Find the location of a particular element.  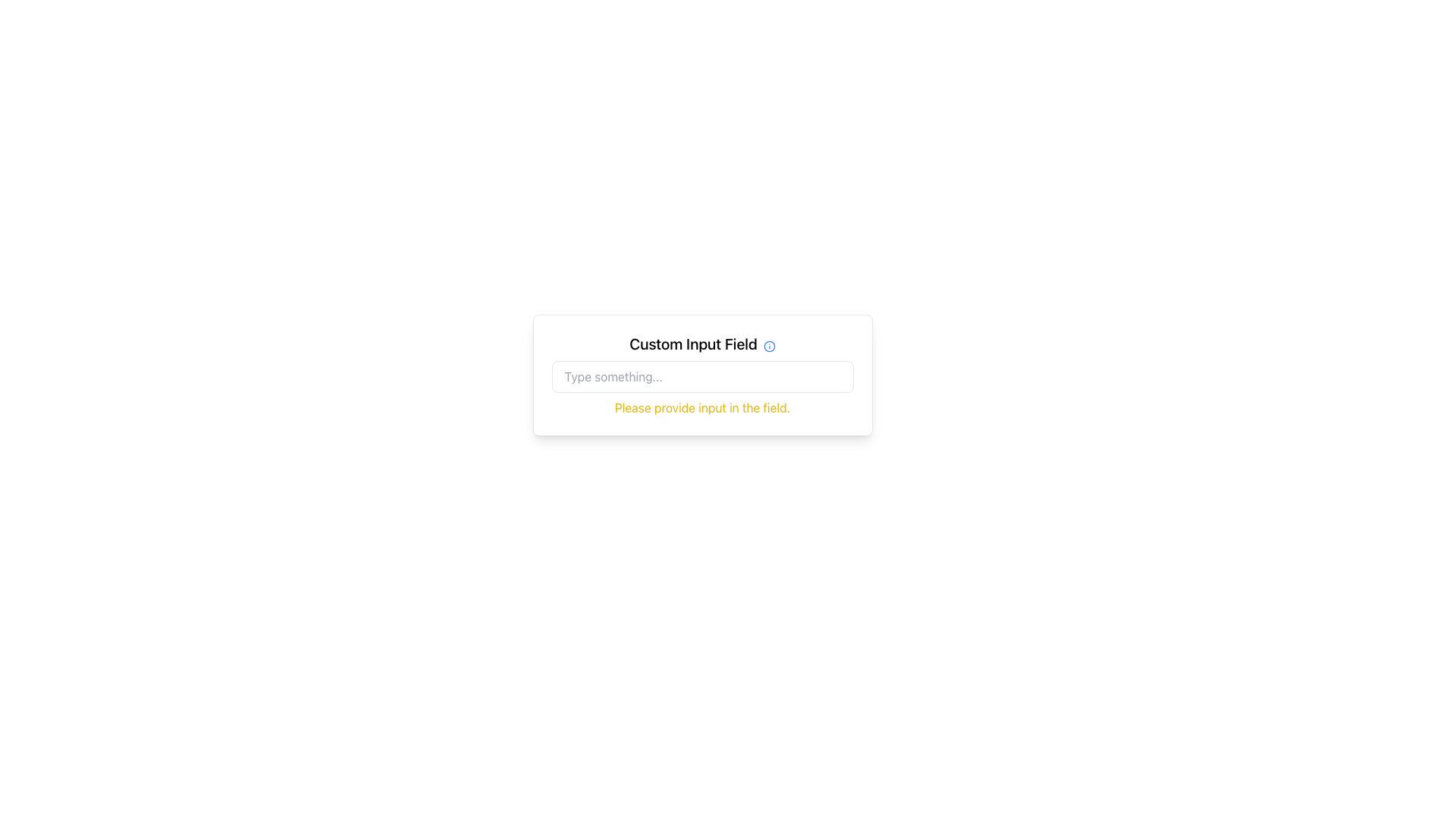

the label that provides context for the input field located directly below it is located at coordinates (701, 344).